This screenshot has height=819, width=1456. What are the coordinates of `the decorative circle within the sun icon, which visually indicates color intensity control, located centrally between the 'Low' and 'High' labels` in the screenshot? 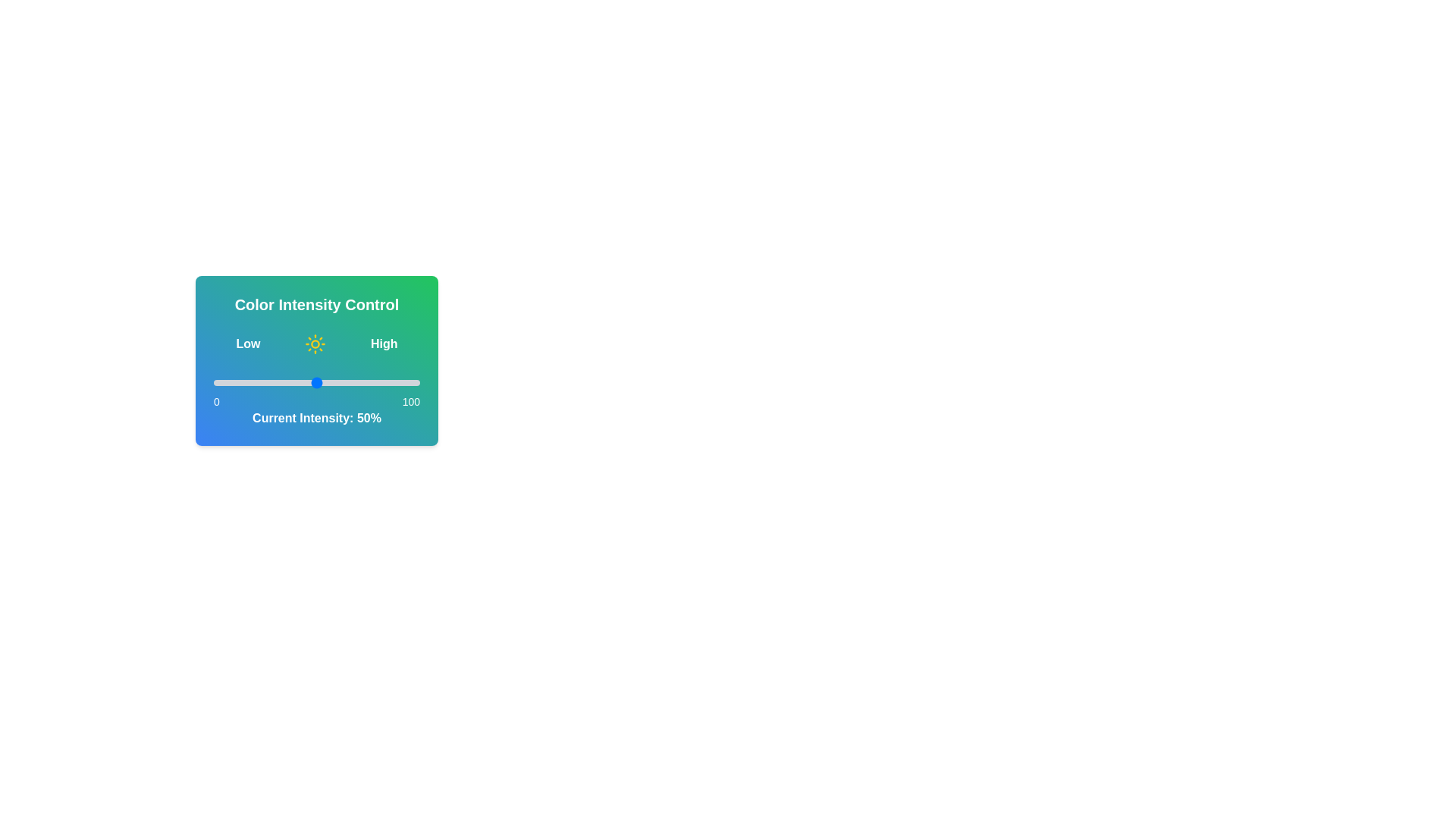 It's located at (315, 344).